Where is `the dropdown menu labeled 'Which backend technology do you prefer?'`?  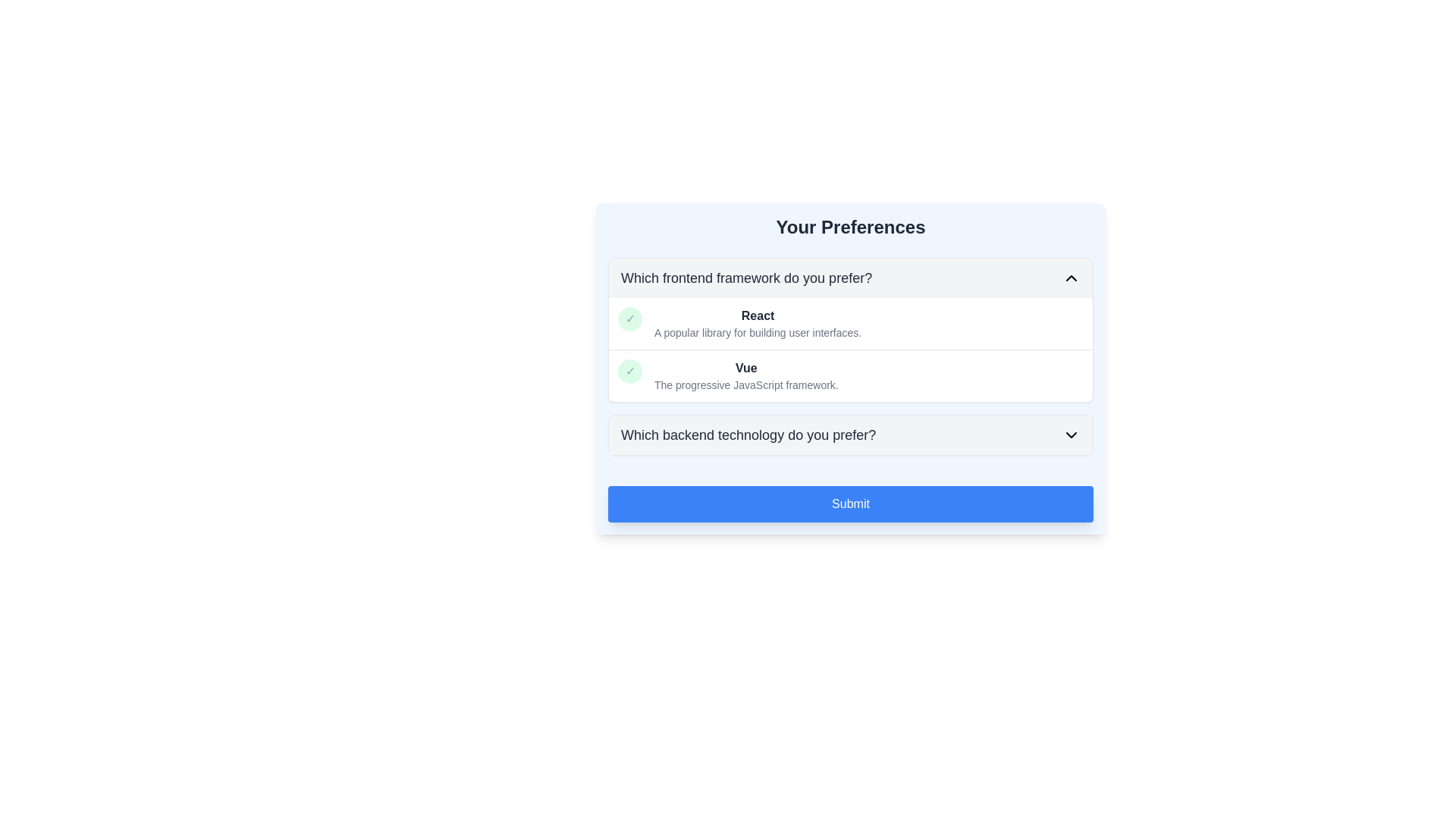
the dropdown menu labeled 'Which backend technology do you prefer?' is located at coordinates (851, 435).